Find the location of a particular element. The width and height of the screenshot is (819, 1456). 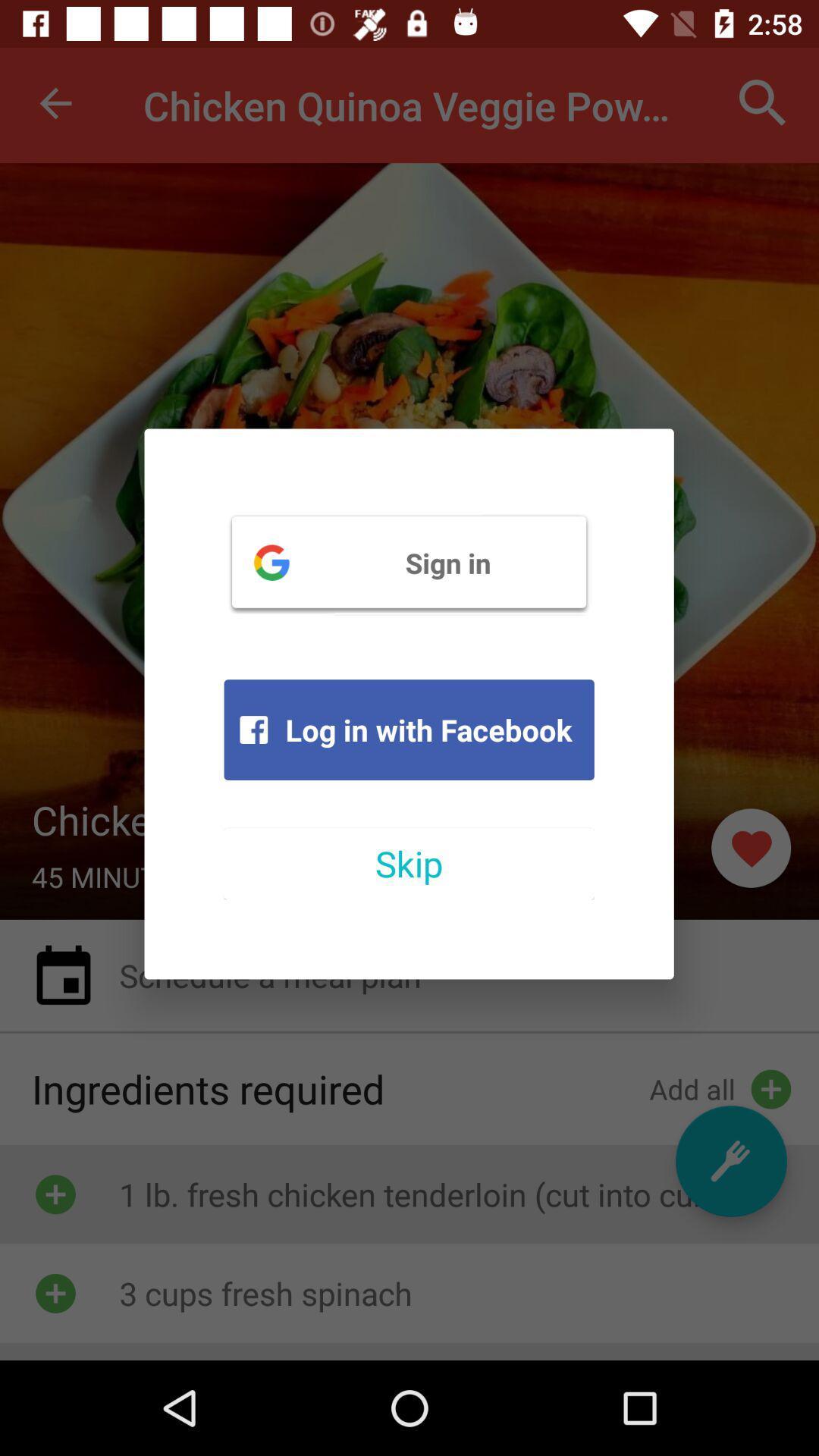

the item above the skip item is located at coordinates (408, 730).